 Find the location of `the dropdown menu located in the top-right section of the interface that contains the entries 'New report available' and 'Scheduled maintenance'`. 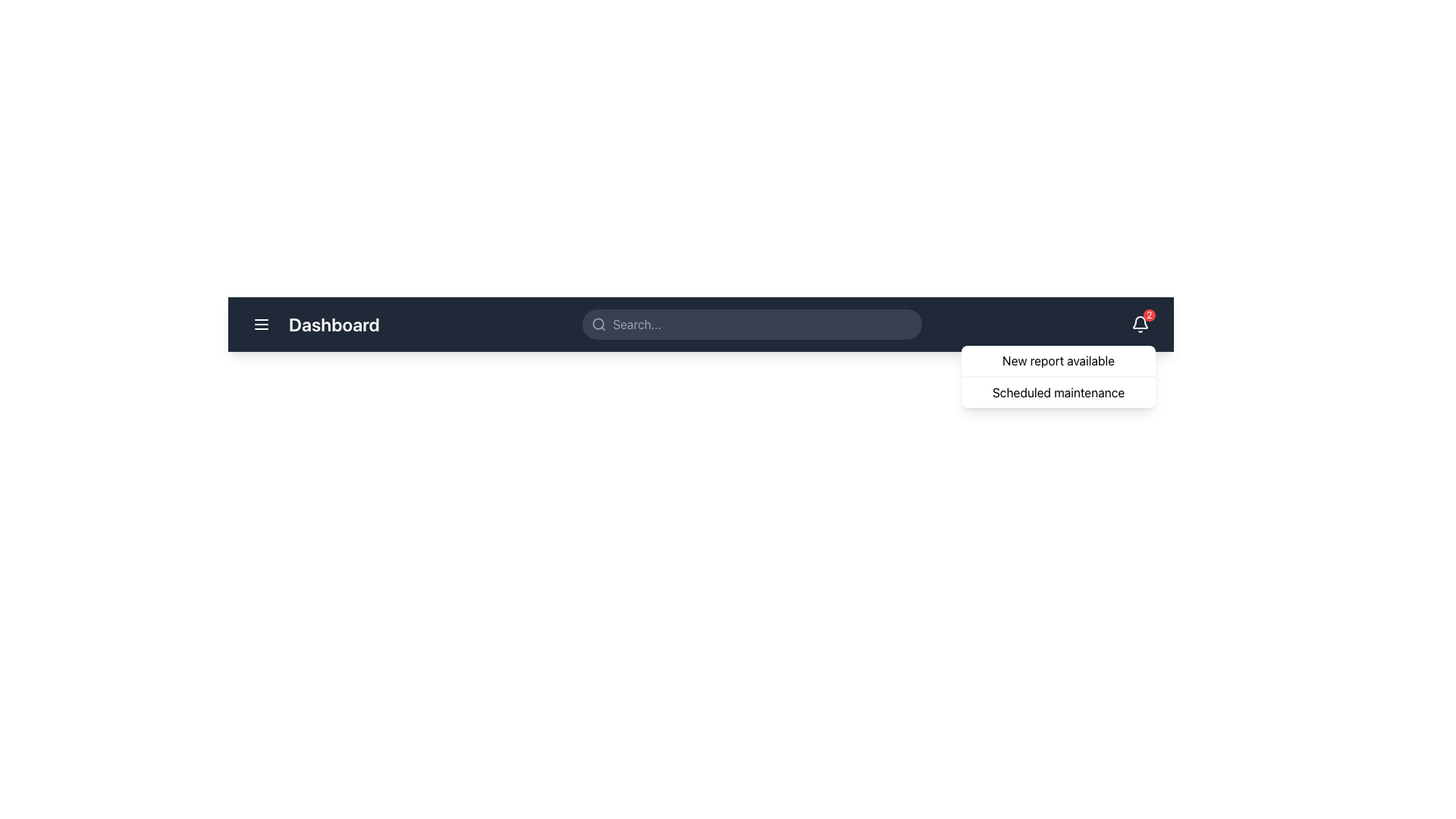

the dropdown menu located in the top-right section of the interface that contains the entries 'New report available' and 'Scheduled maintenance' is located at coordinates (1058, 376).